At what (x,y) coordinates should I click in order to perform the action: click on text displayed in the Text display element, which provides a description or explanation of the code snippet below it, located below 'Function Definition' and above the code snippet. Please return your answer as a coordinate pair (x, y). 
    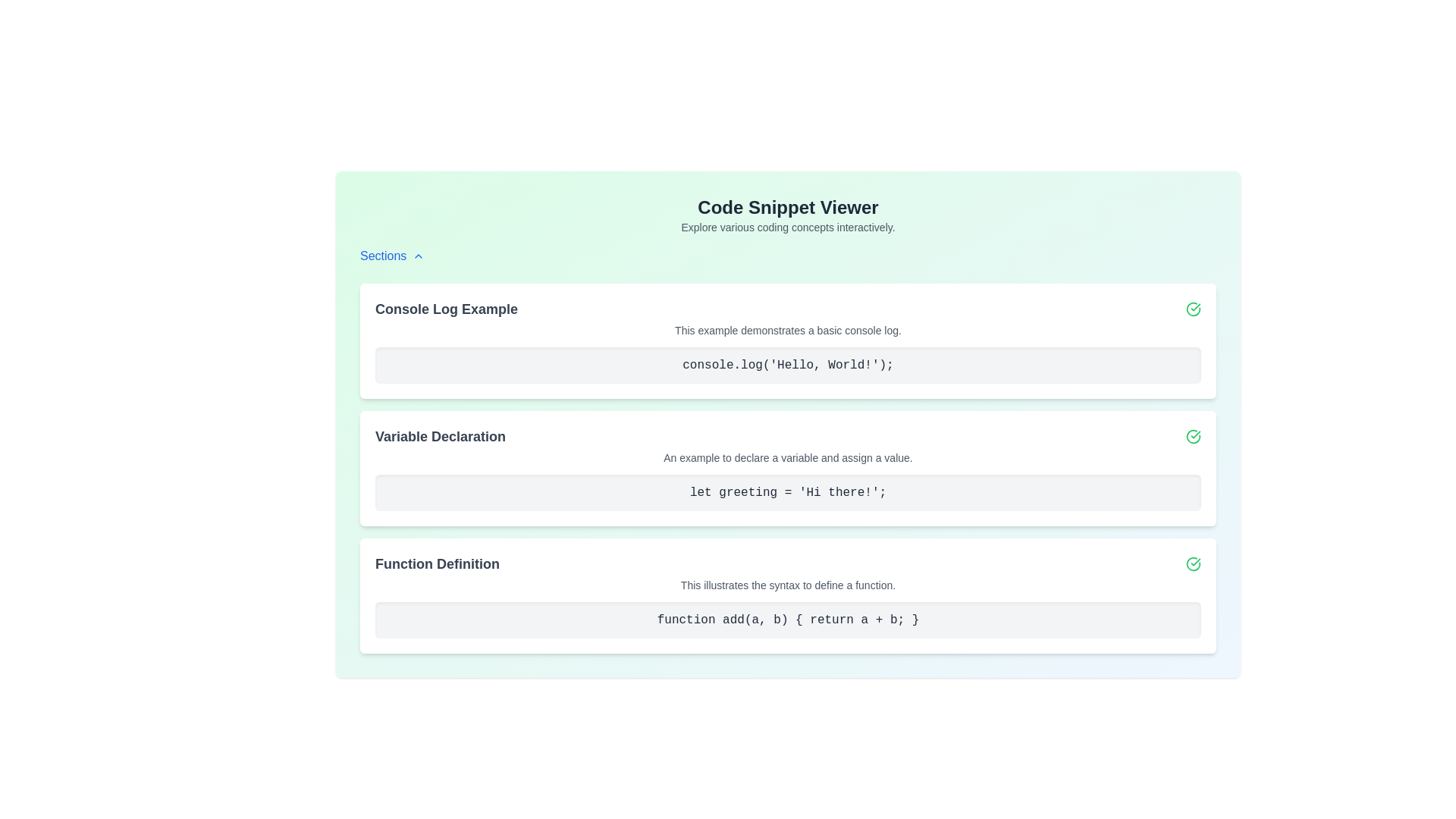
    Looking at the image, I should click on (788, 584).